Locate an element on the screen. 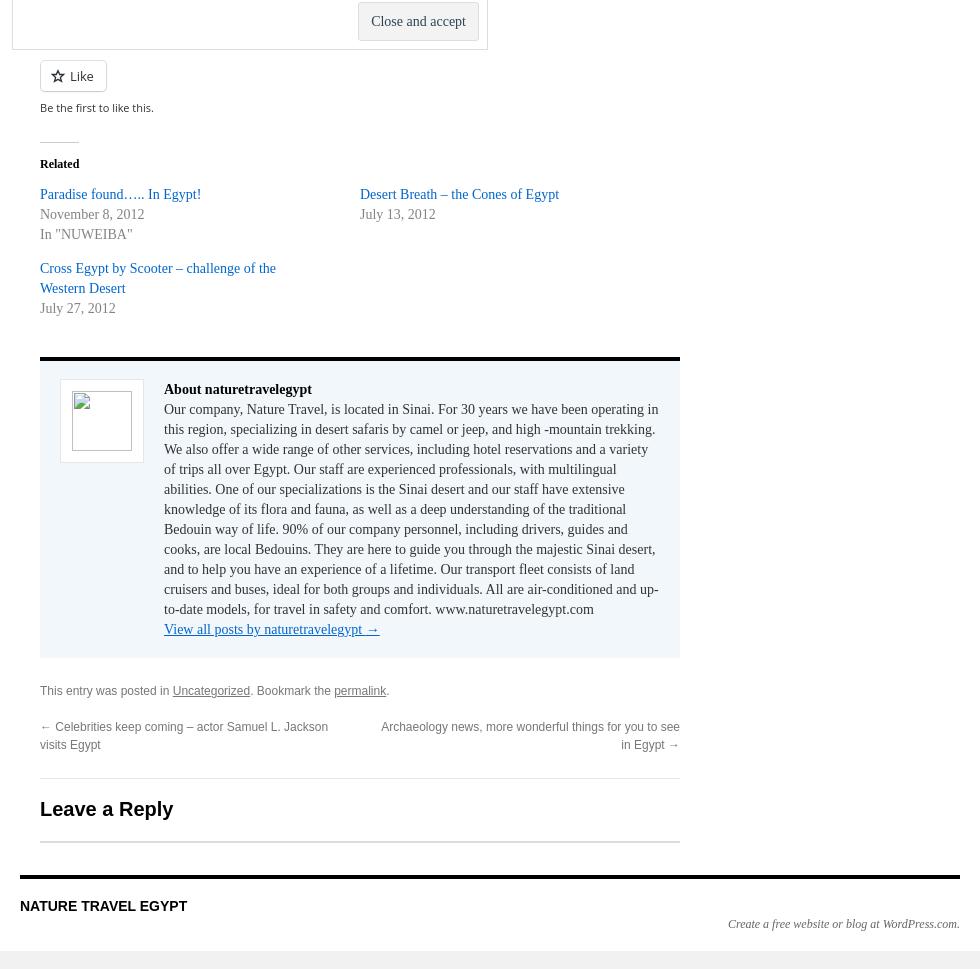 The image size is (980, 969). 'permalink' is located at coordinates (359, 689).